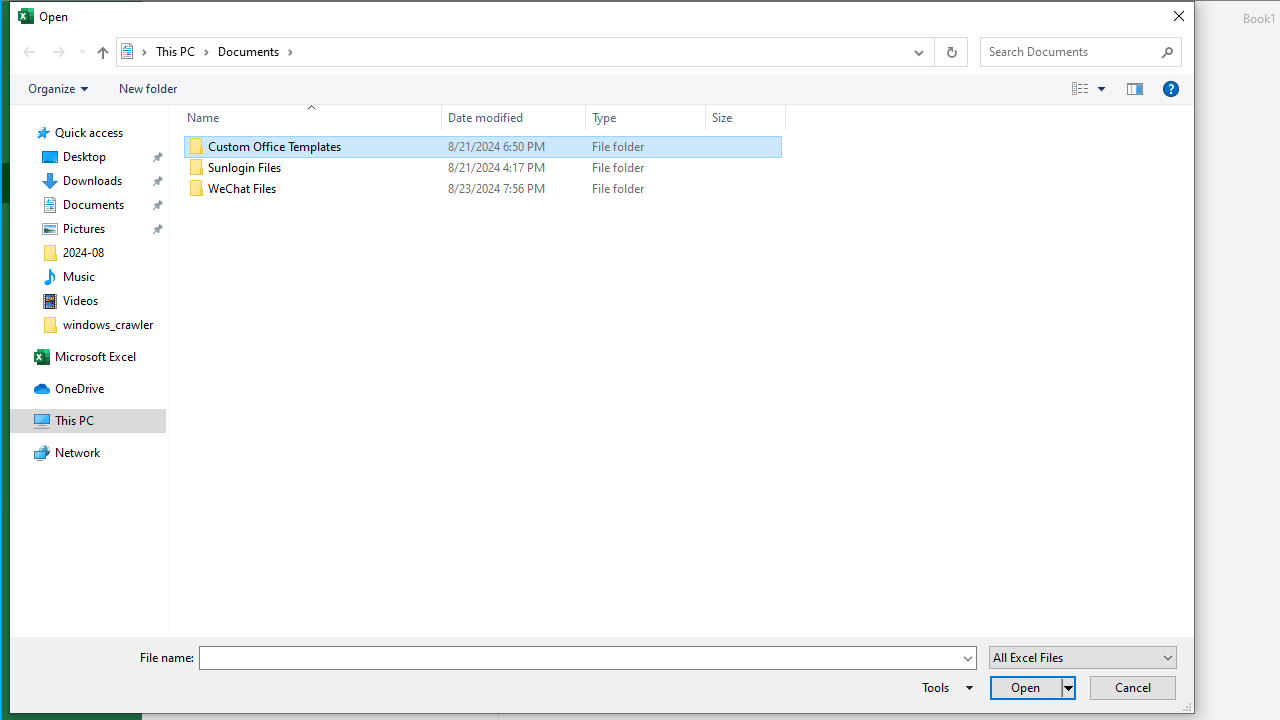 This screenshot has height=720, width=1280. Describe the element at coordinates (1135, 88) in the screenshot. I see `'Preview pane'` at that location.